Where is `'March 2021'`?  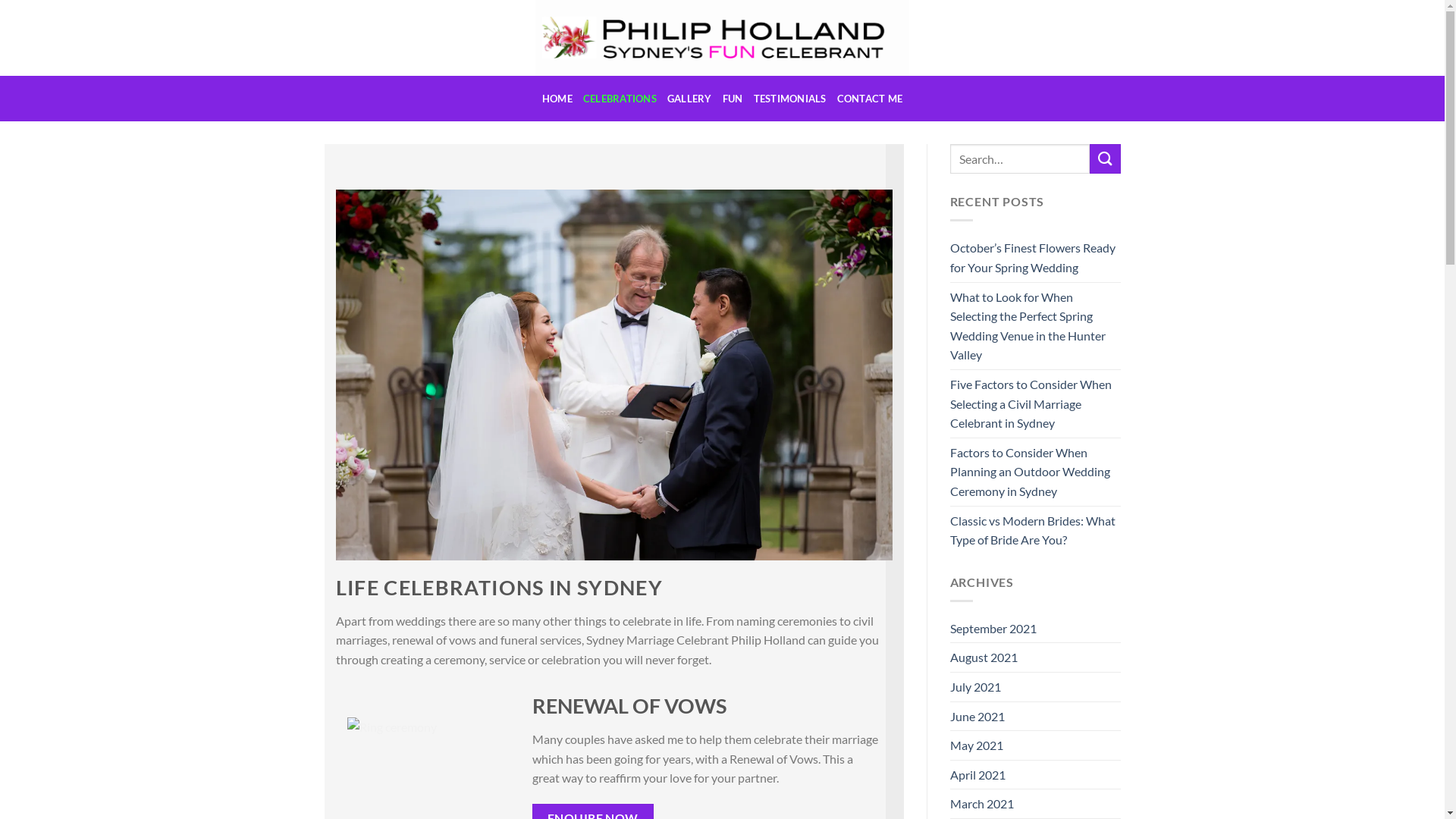
'March 2021' is located at coordinates (981, 803).